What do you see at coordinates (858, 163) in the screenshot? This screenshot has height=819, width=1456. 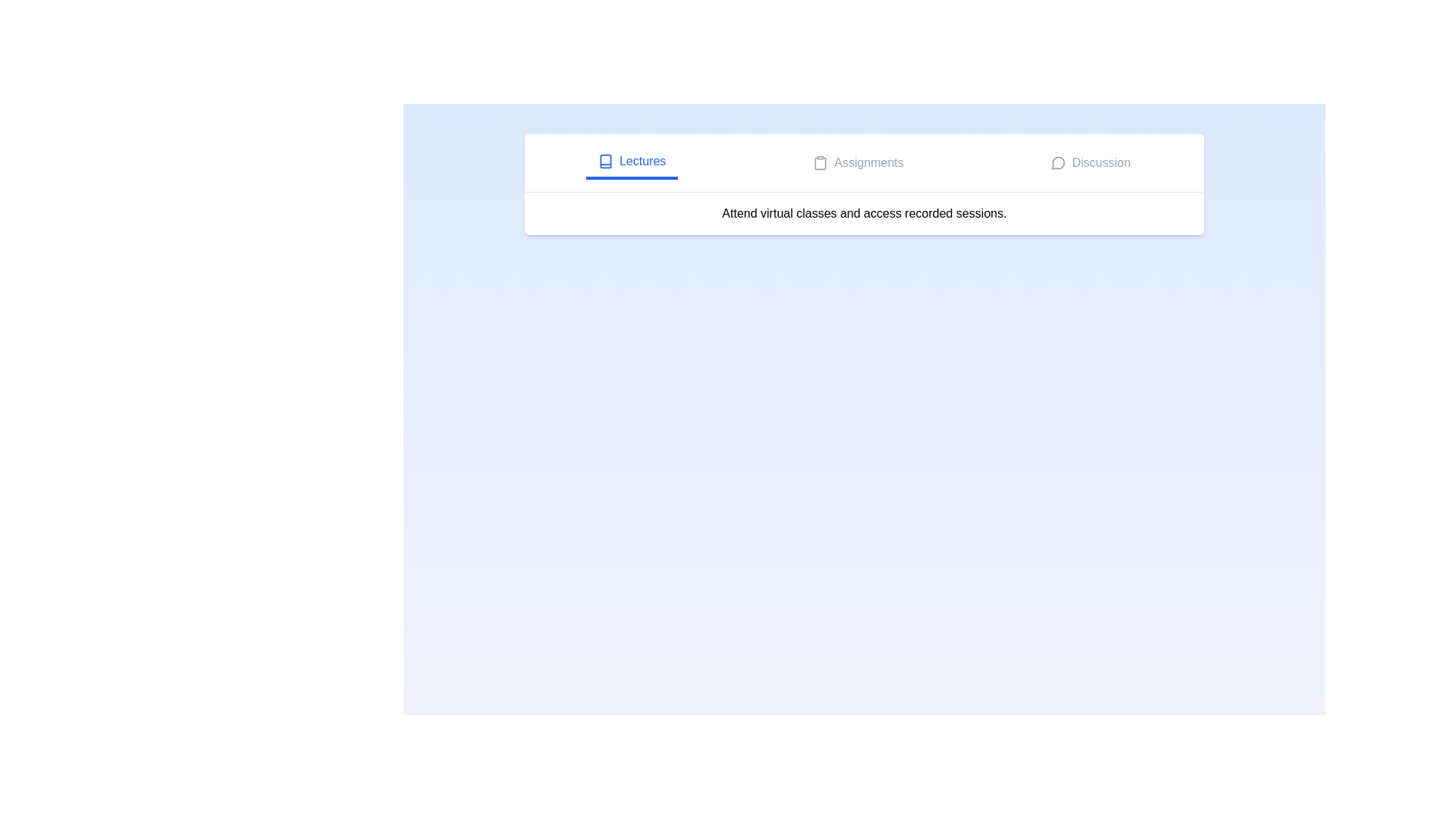 I see `the Assignments tab to view its content` at bounding box center [858, 163].